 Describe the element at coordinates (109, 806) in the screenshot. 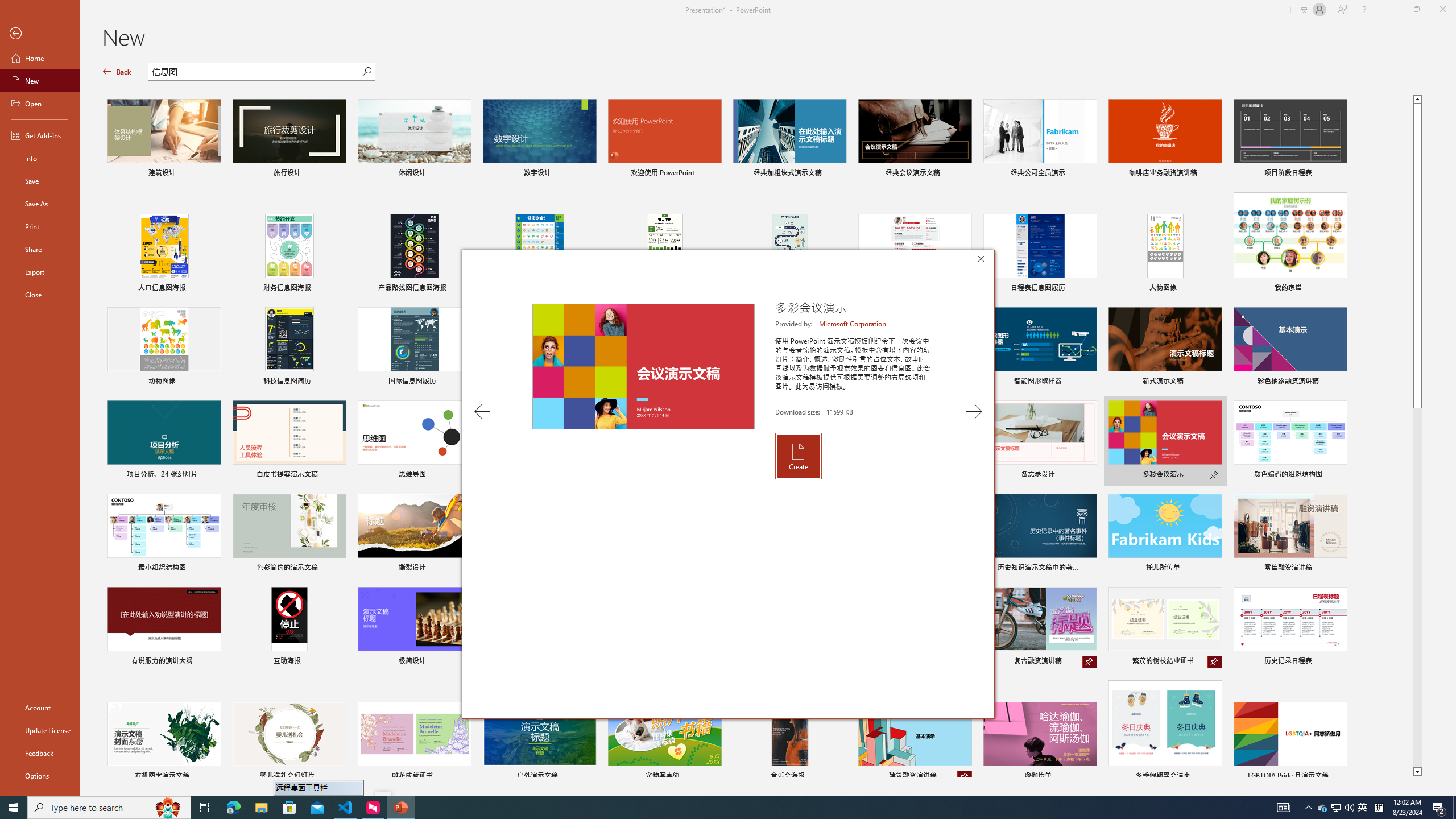

I see `'Type here to search'` at that location.